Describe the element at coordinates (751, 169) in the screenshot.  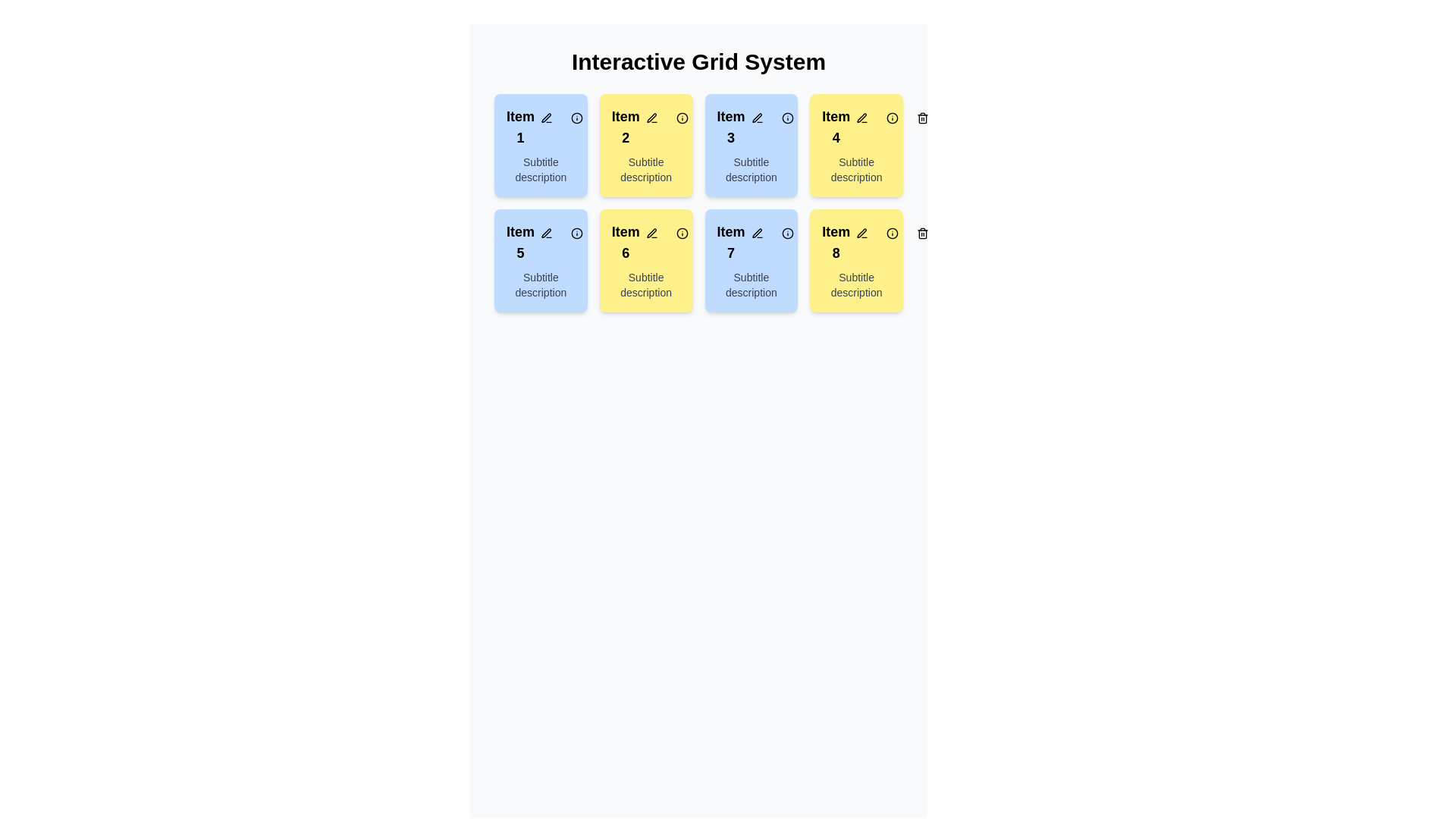
I see `the text label displaying 'Subtitle description'` at that location.